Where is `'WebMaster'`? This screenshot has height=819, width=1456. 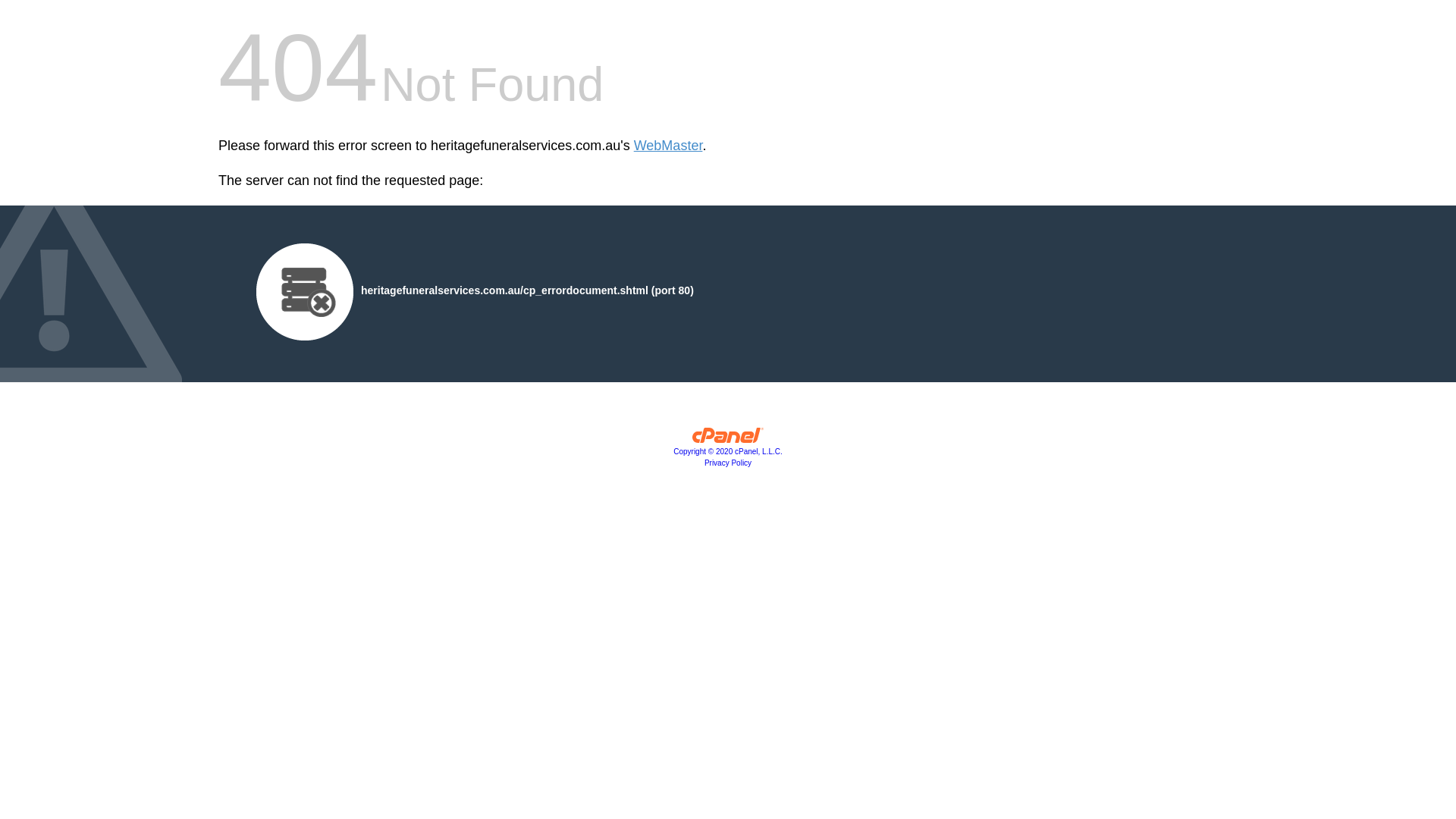
'WebMaster' is located at coordinates (667, 146).